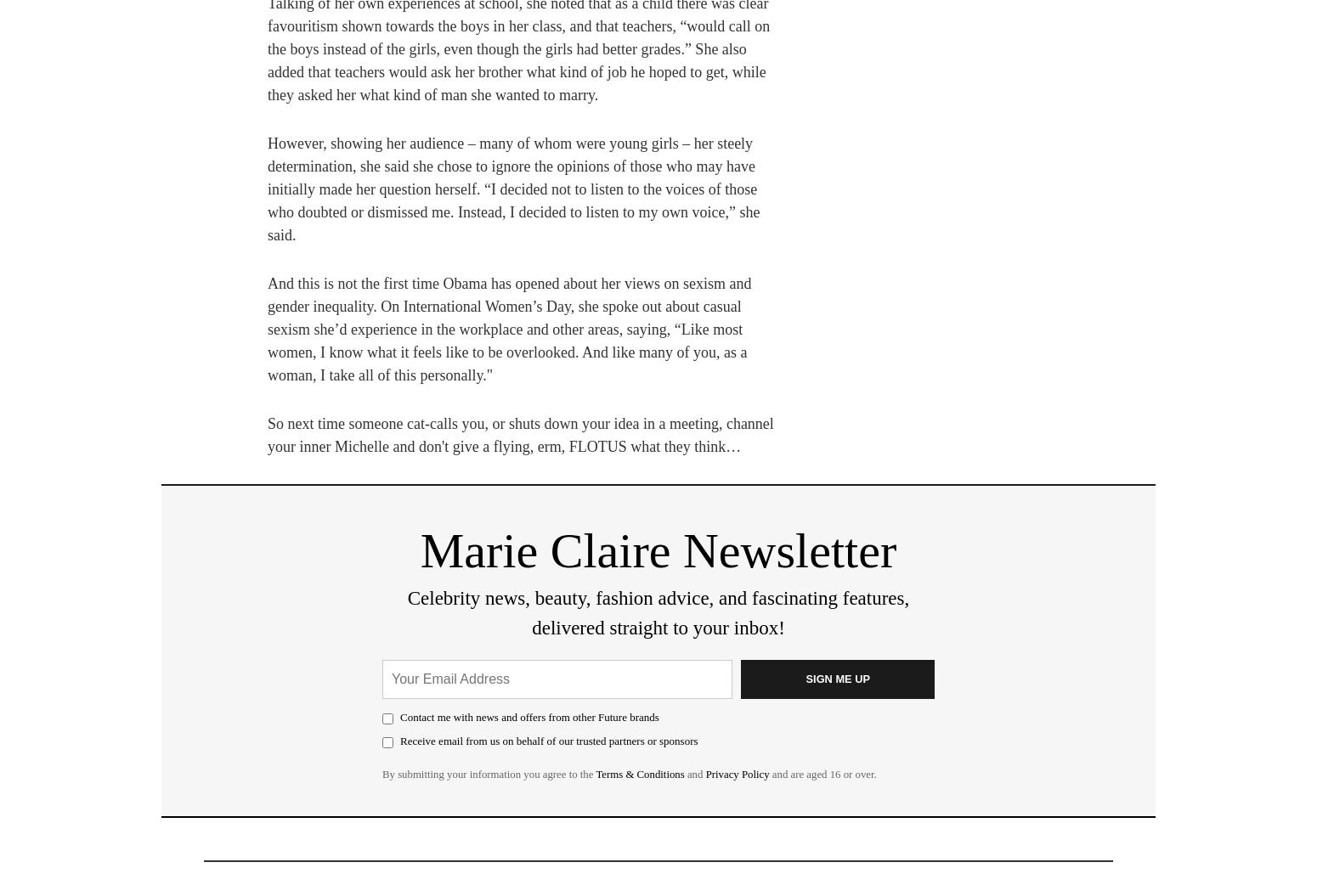 The image size is (1317, 896). What do you see at coordinates (509, 330) in the screenshot?
I see `'And this is not the first time Obama has opened about her views on sexism and gender inequality. On International Women’s Day, she spoke out about casual sexism she’d experience in the workplace and other areas, saying, “Like most women, I know what it feels like to be overlooked. And like many of you, as a woman, I take all of this personally."'` at bounding box center [509, 330].